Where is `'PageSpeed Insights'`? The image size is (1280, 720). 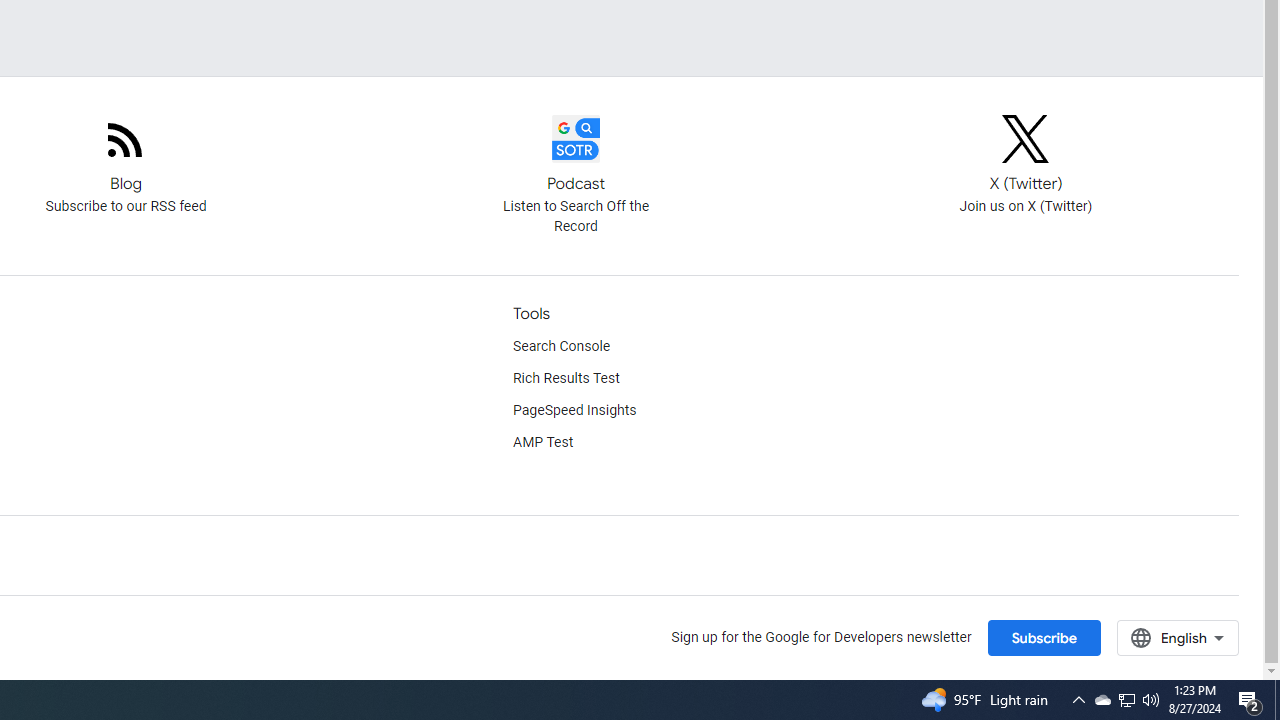 'PageSpeed Insights' is located at coordinates (574, 410).